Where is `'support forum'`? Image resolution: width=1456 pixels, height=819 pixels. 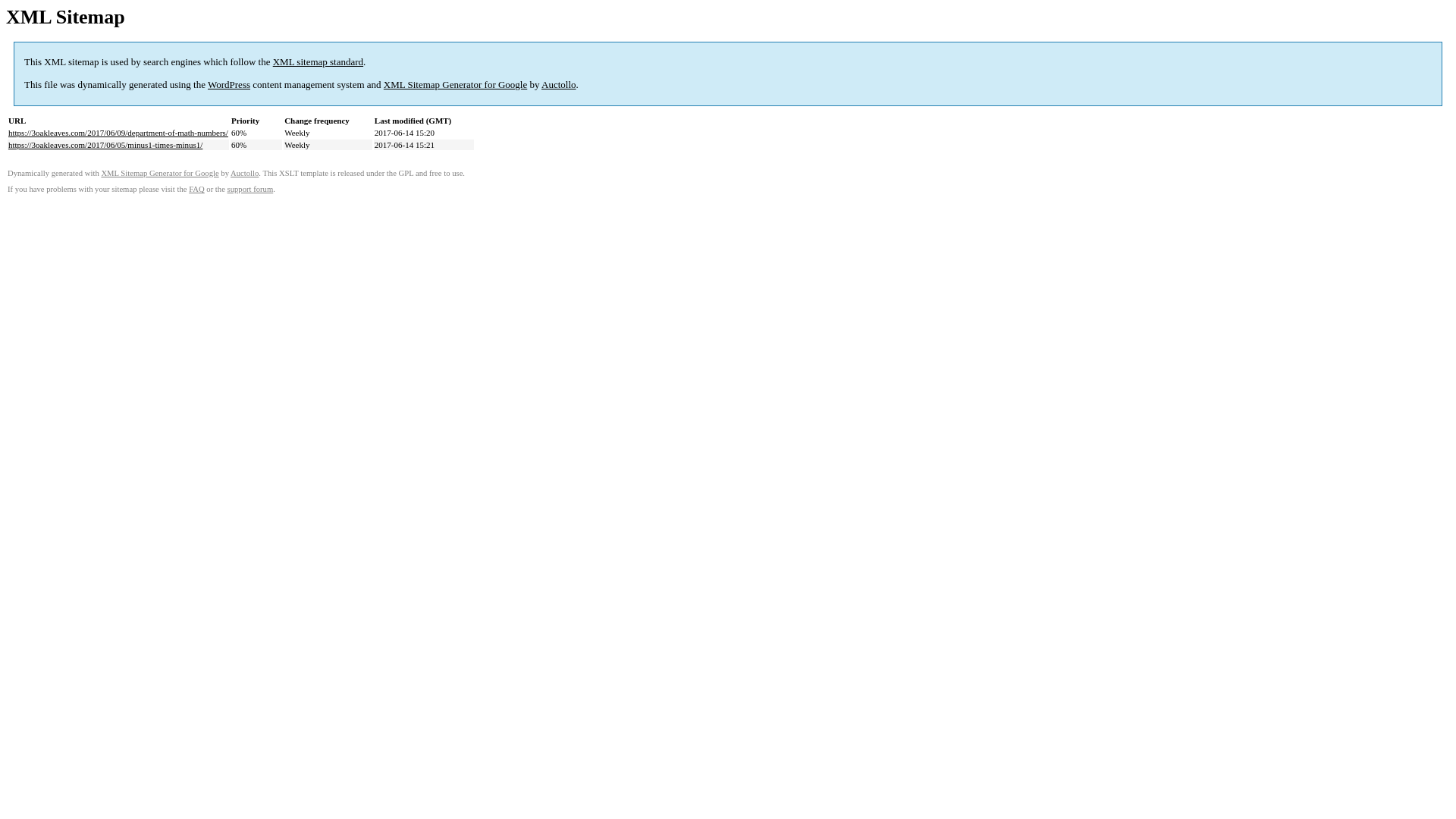 'support forum' is located at coordinates (250, 188).